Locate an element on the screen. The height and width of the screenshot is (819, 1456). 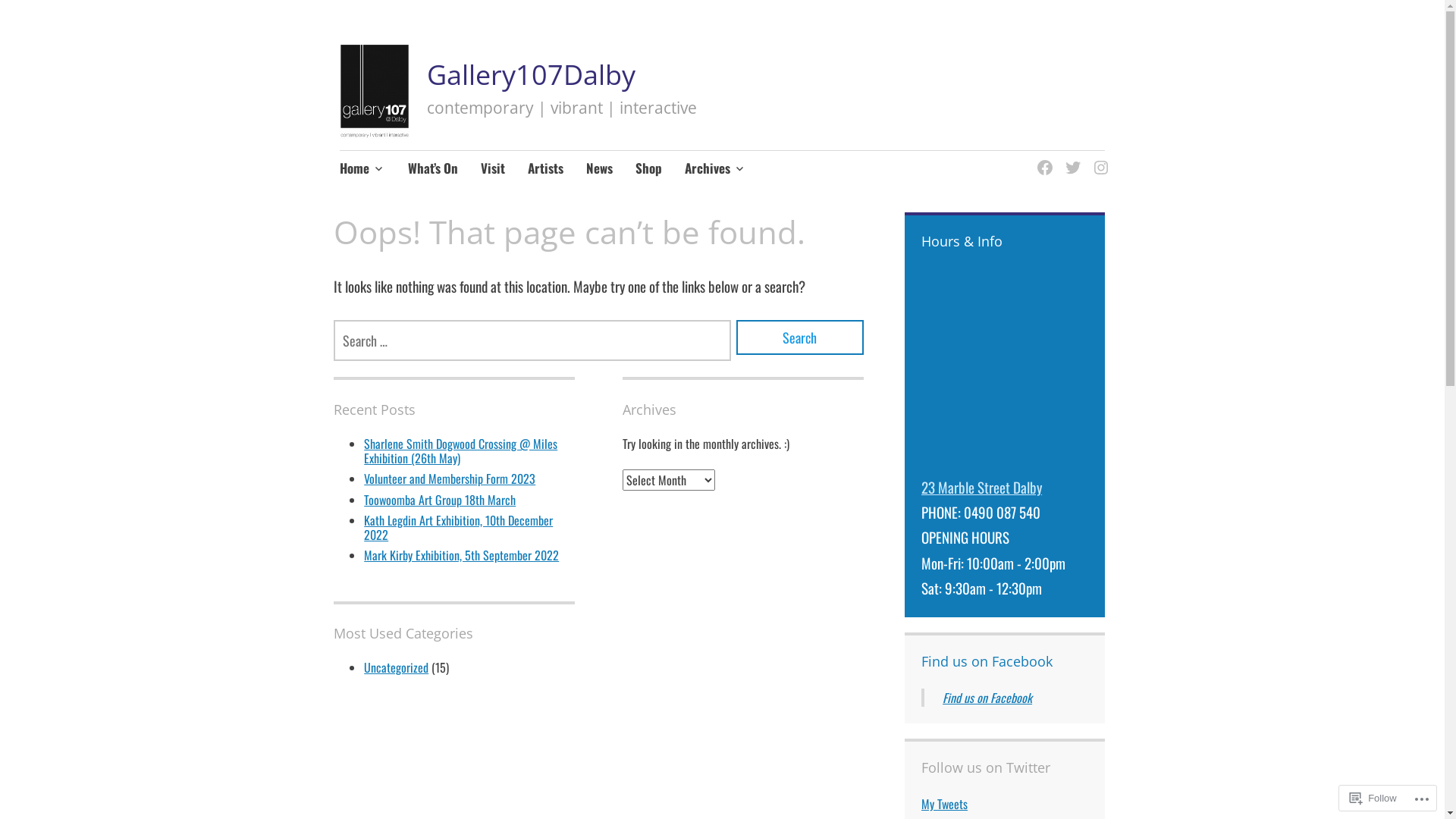
'23 Marble Street Dalby' is located at coordinates (920, 486).